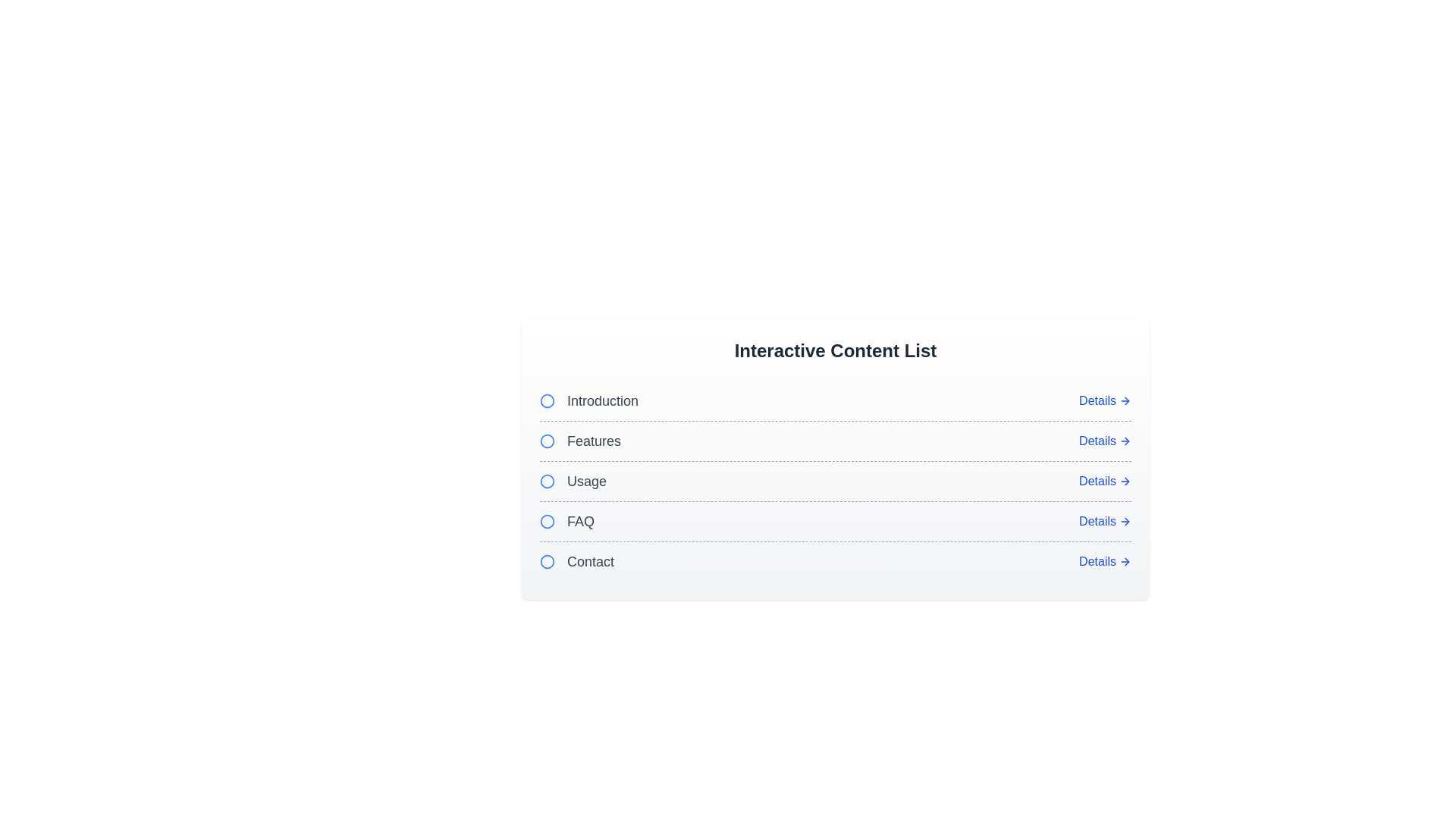 The image size is (1456, 819). What do you see at coordinates (585, 482) in the screenshot?
I see `text label displaying 'Usage', which is the third label in a vertical list of items, styled in gray color` at bounding box center [585, 482].